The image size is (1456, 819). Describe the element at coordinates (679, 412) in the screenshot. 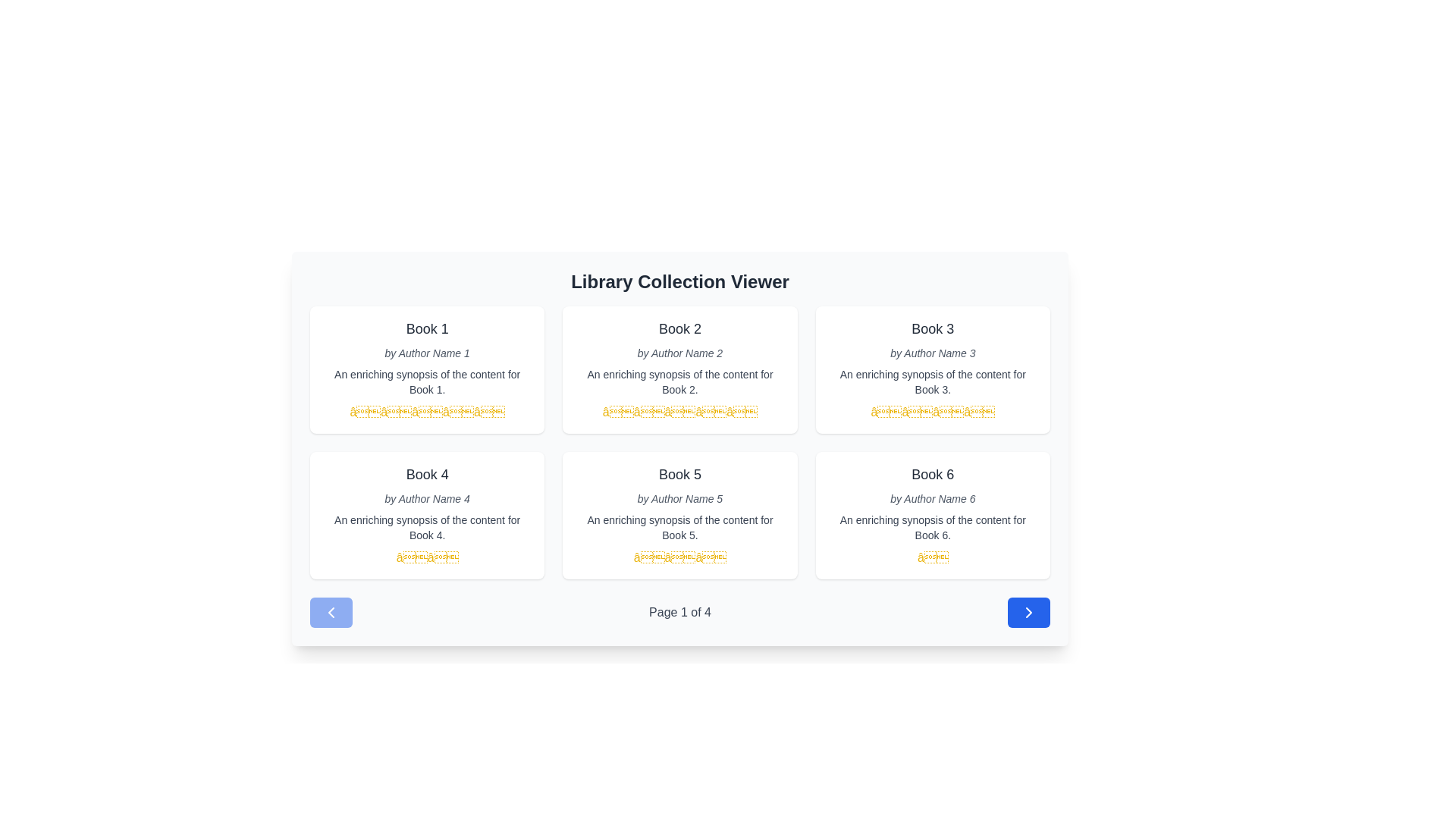

I see `the third yellow star-shaped icon in the rating system located under the book title and author information for 'Book 2'` at that location.